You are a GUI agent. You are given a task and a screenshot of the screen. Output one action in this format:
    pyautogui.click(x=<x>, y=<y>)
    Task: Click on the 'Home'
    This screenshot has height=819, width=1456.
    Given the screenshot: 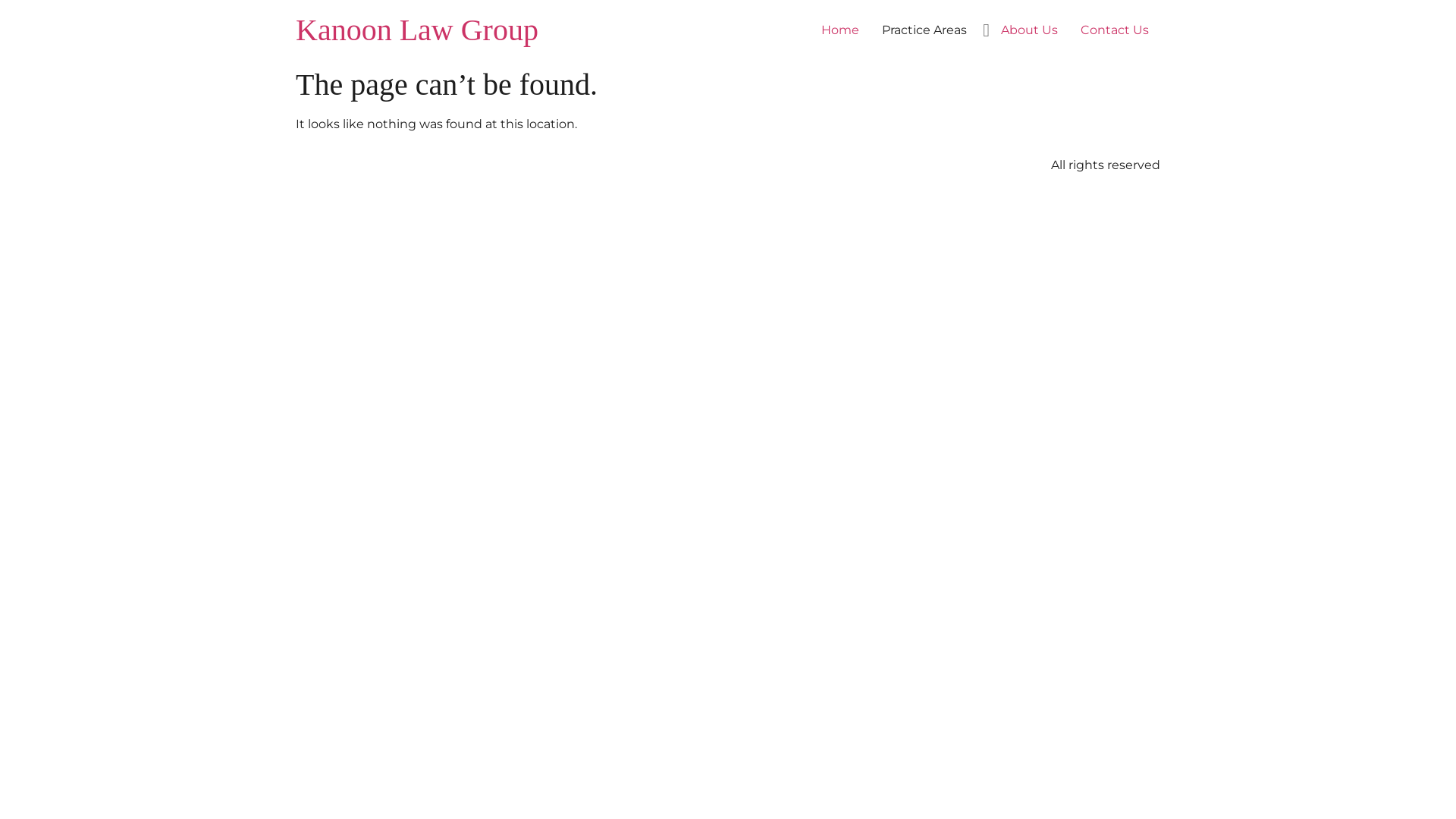 What is the action you would take?
    pyautogui.click(x=839, y=30)
    